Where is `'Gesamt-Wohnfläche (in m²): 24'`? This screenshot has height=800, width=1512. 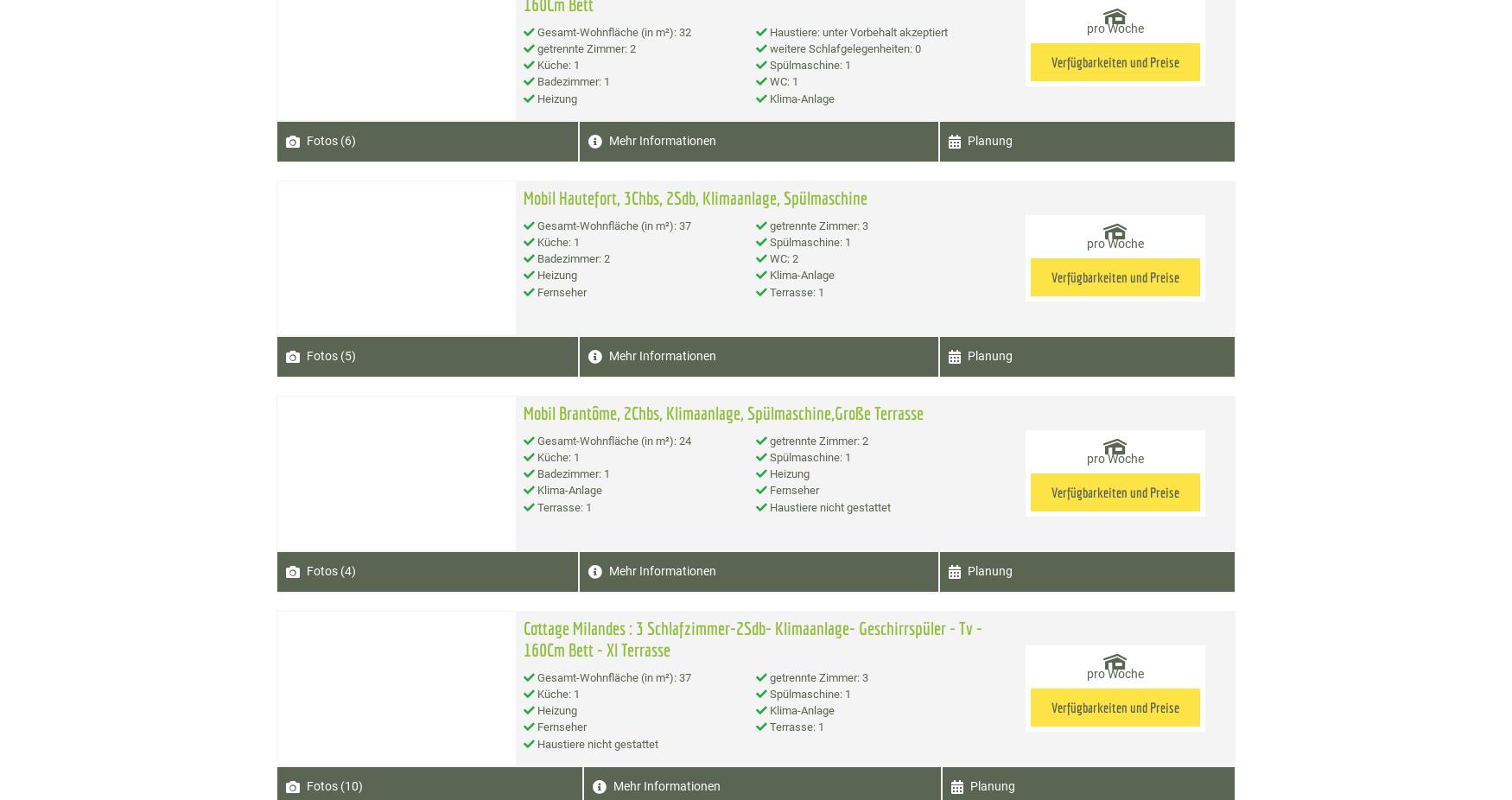
'Gesamt-Wohnfläche (in m²): 24' is located at coordinates (612, 439).